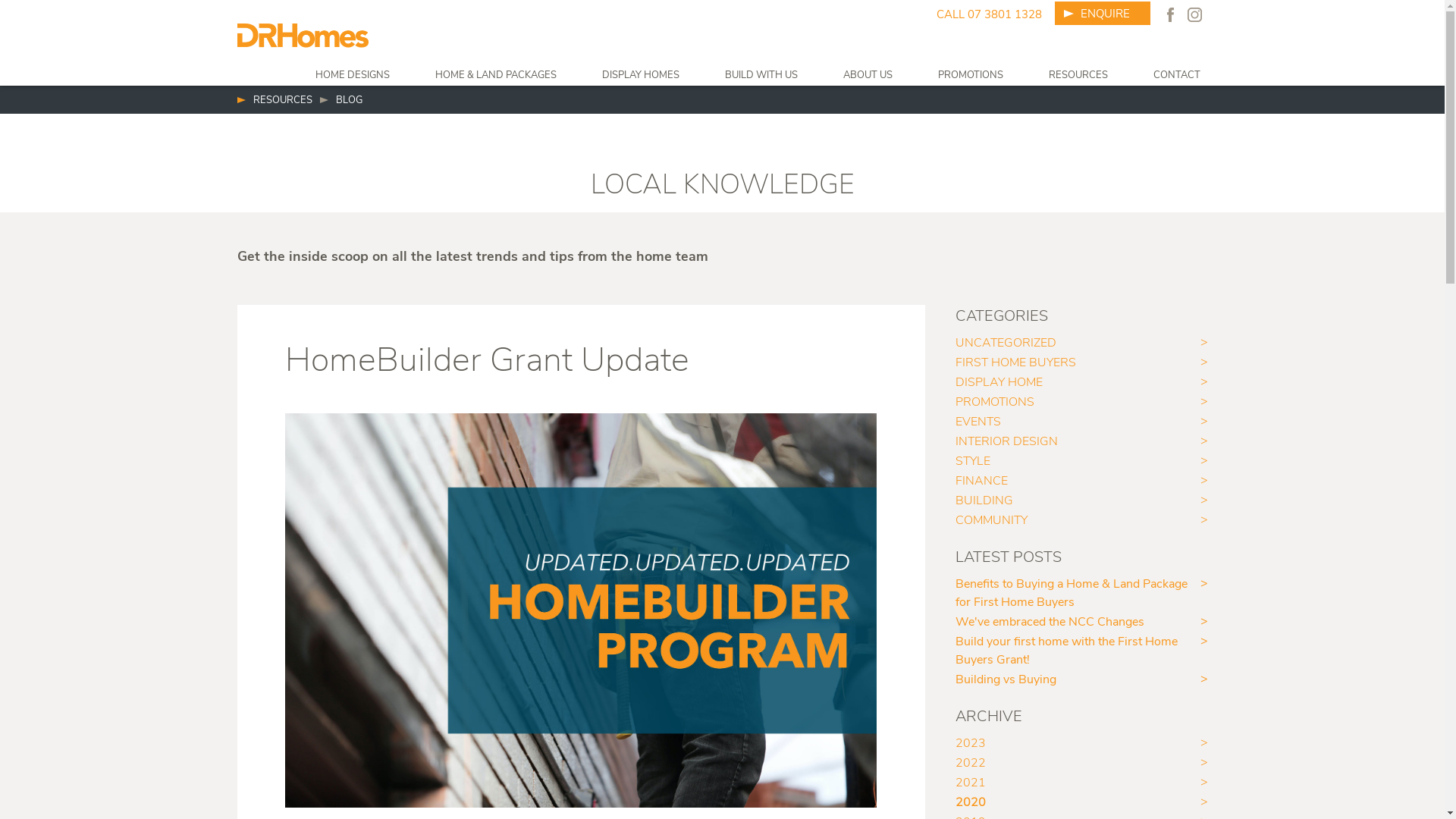 This screenshot has width=1456, height=819. Describe the element at coordinates (1080, 480) in the screenshot. I see `'FINANCE'` at that location.